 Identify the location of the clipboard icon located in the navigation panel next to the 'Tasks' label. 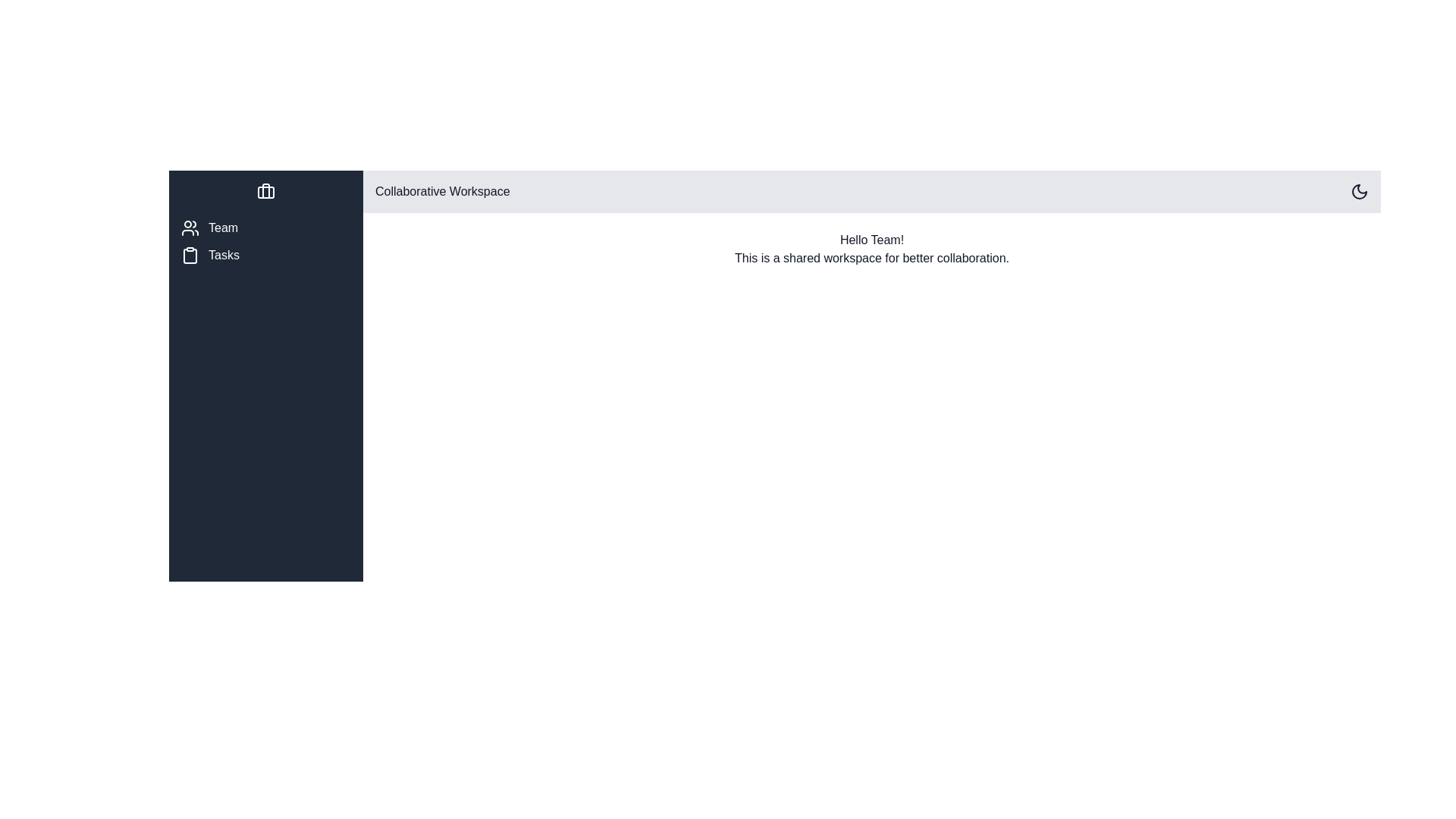
(189, 254).